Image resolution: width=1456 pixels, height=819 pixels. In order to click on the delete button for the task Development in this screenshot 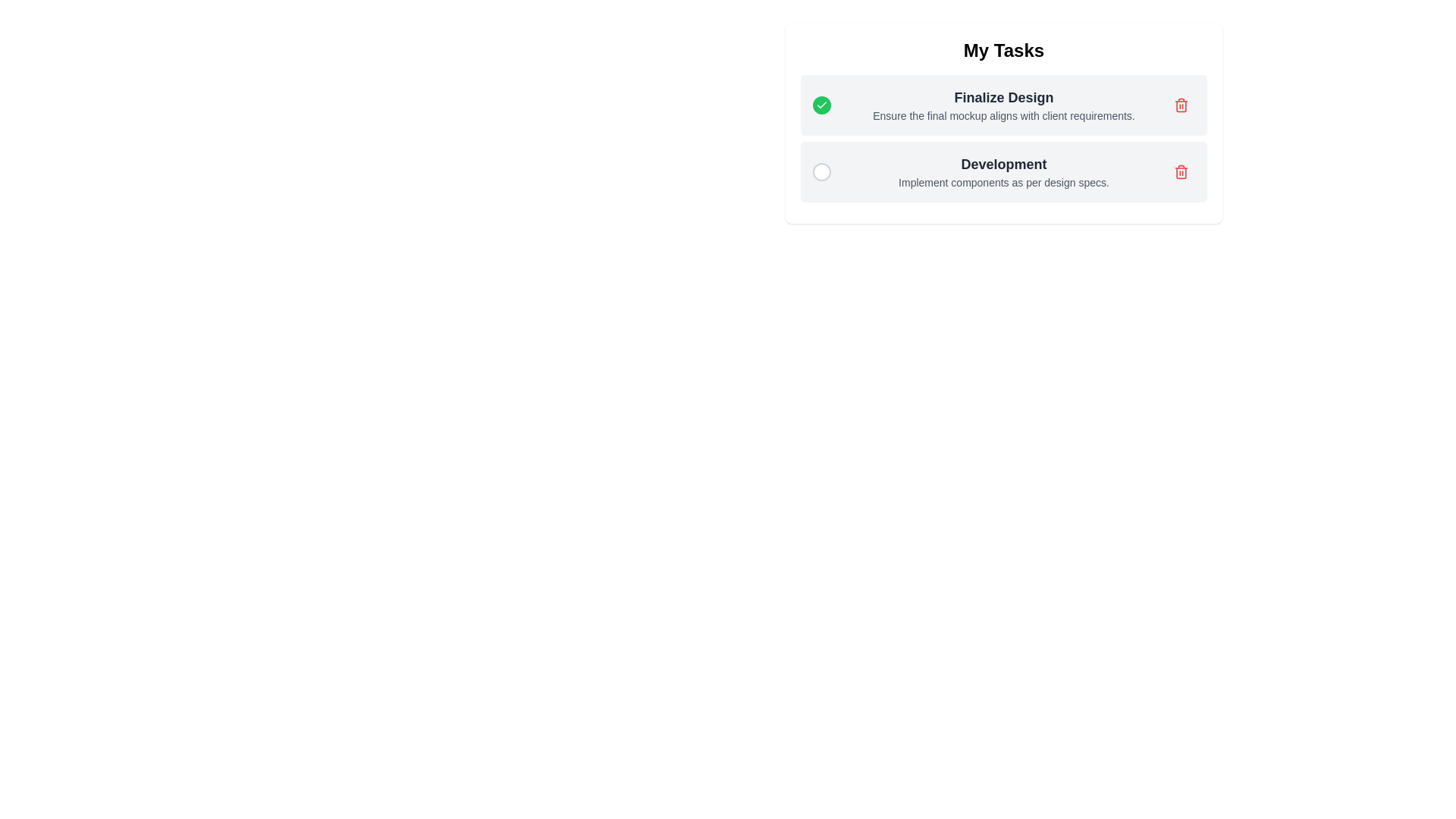, I will do `click(1181, 171)`.